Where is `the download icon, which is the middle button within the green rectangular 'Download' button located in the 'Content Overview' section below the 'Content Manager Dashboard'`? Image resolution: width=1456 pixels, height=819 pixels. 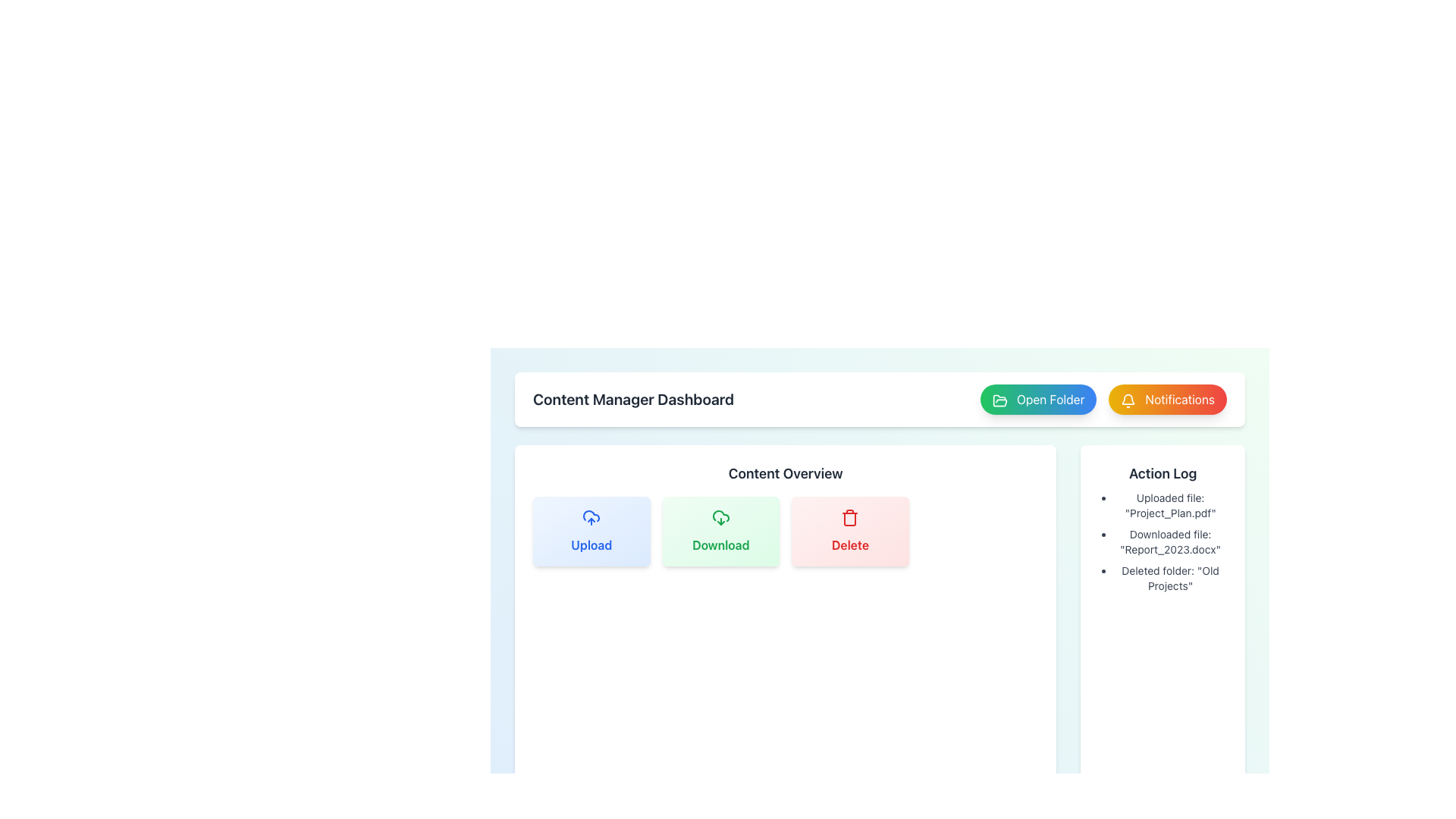 the download icon, which is the middle button within the green rectangular 'Download' button located in the 'Content Overview' section below the 'Content Manager Dashboard' is located at coordinates (720, 516).